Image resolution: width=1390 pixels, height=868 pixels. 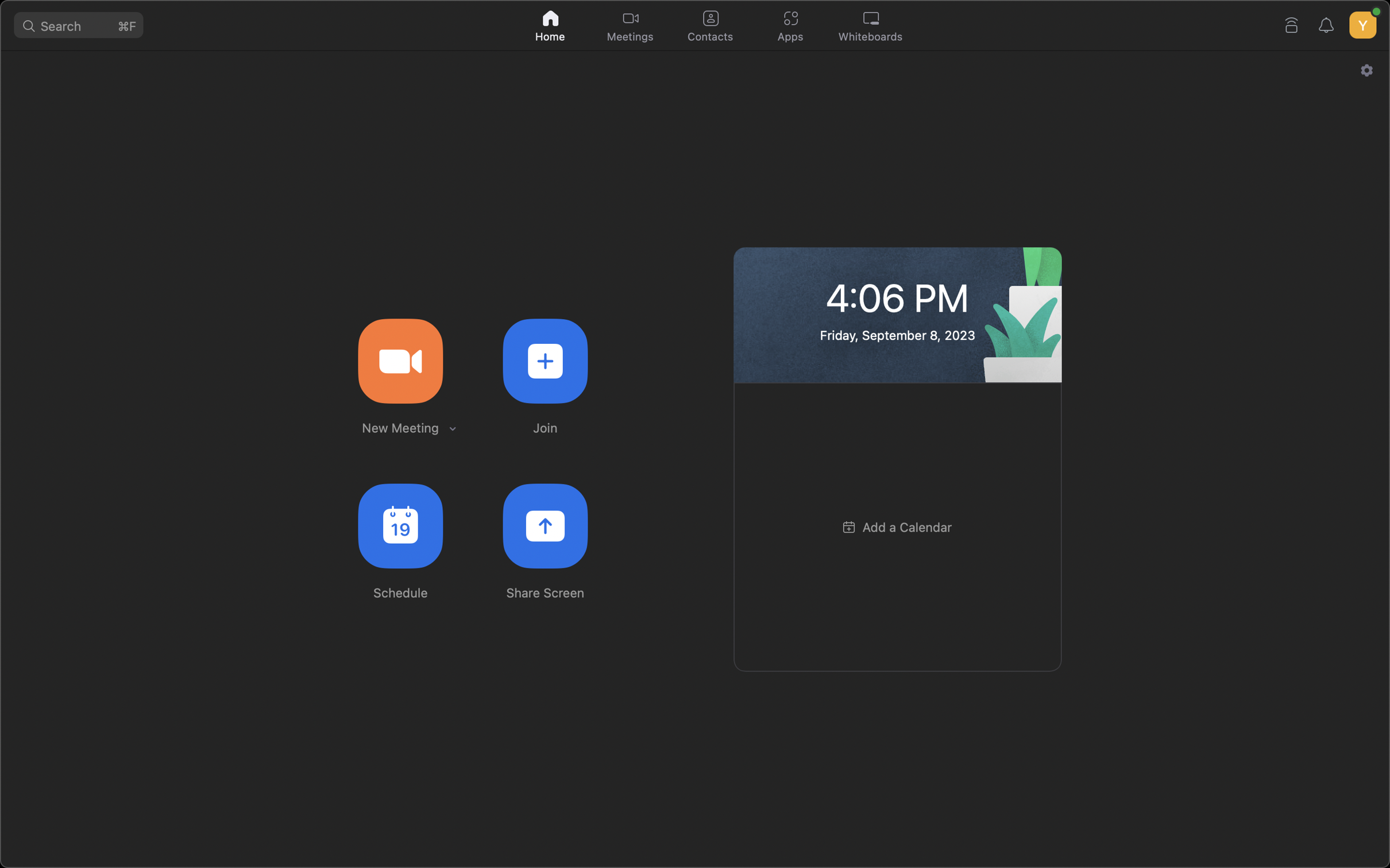 I want to click on the whiteboard options, so click(x=873, y=26).